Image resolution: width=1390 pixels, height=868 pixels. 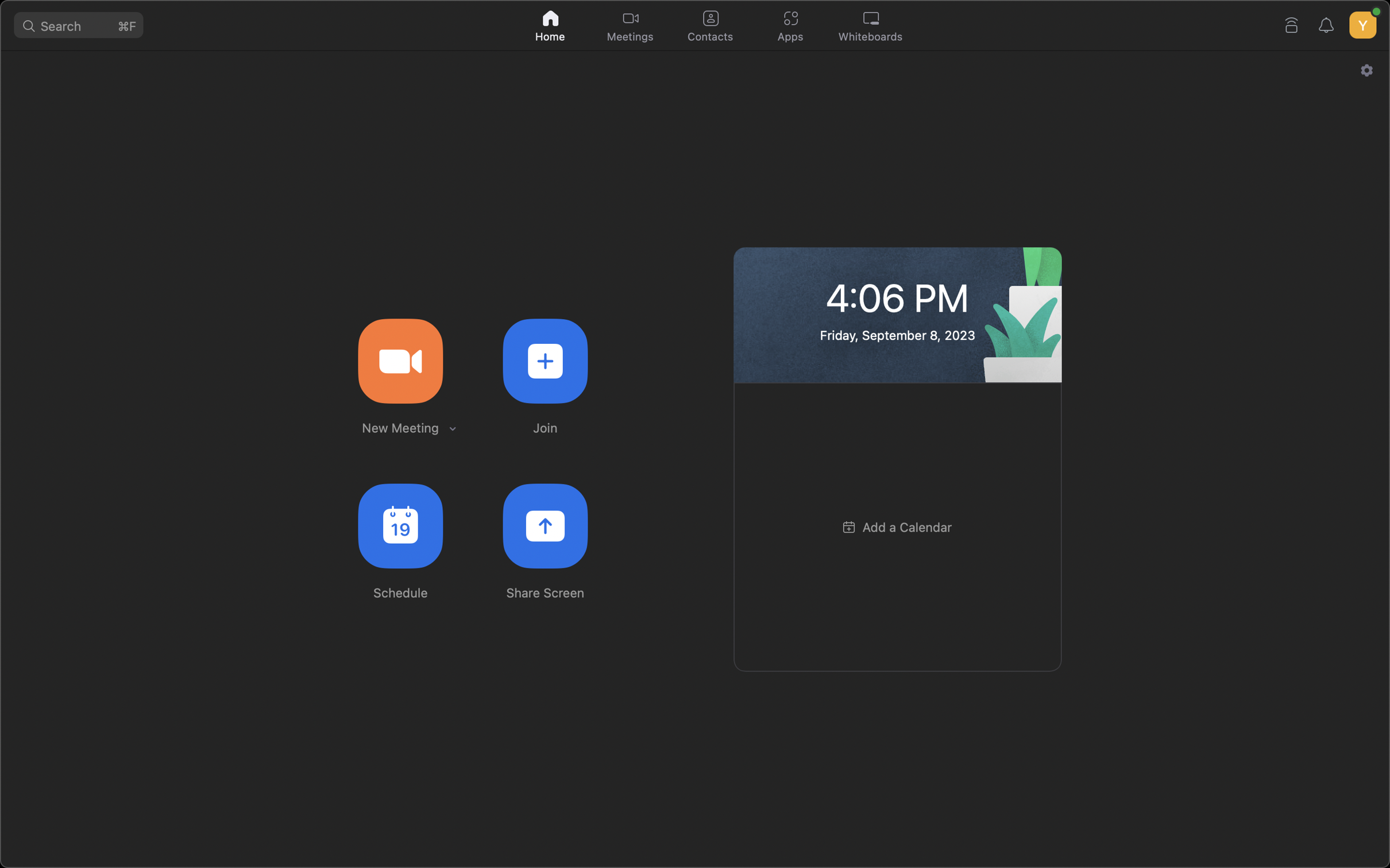 I want to click on the whiteboard options, so click(x=873, y=26).